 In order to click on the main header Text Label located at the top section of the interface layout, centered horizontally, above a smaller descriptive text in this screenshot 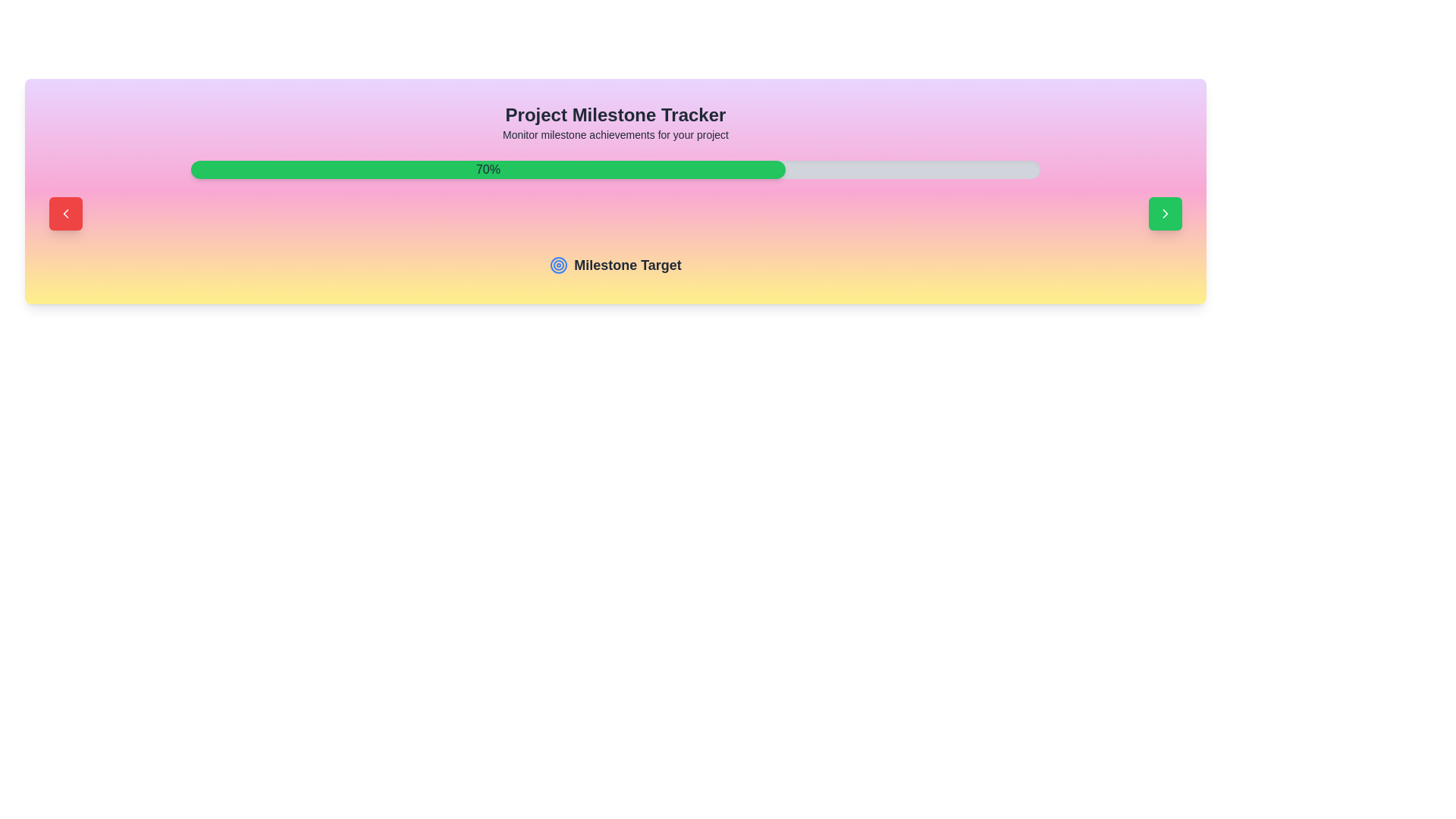, I will do `click(615, 114)`.